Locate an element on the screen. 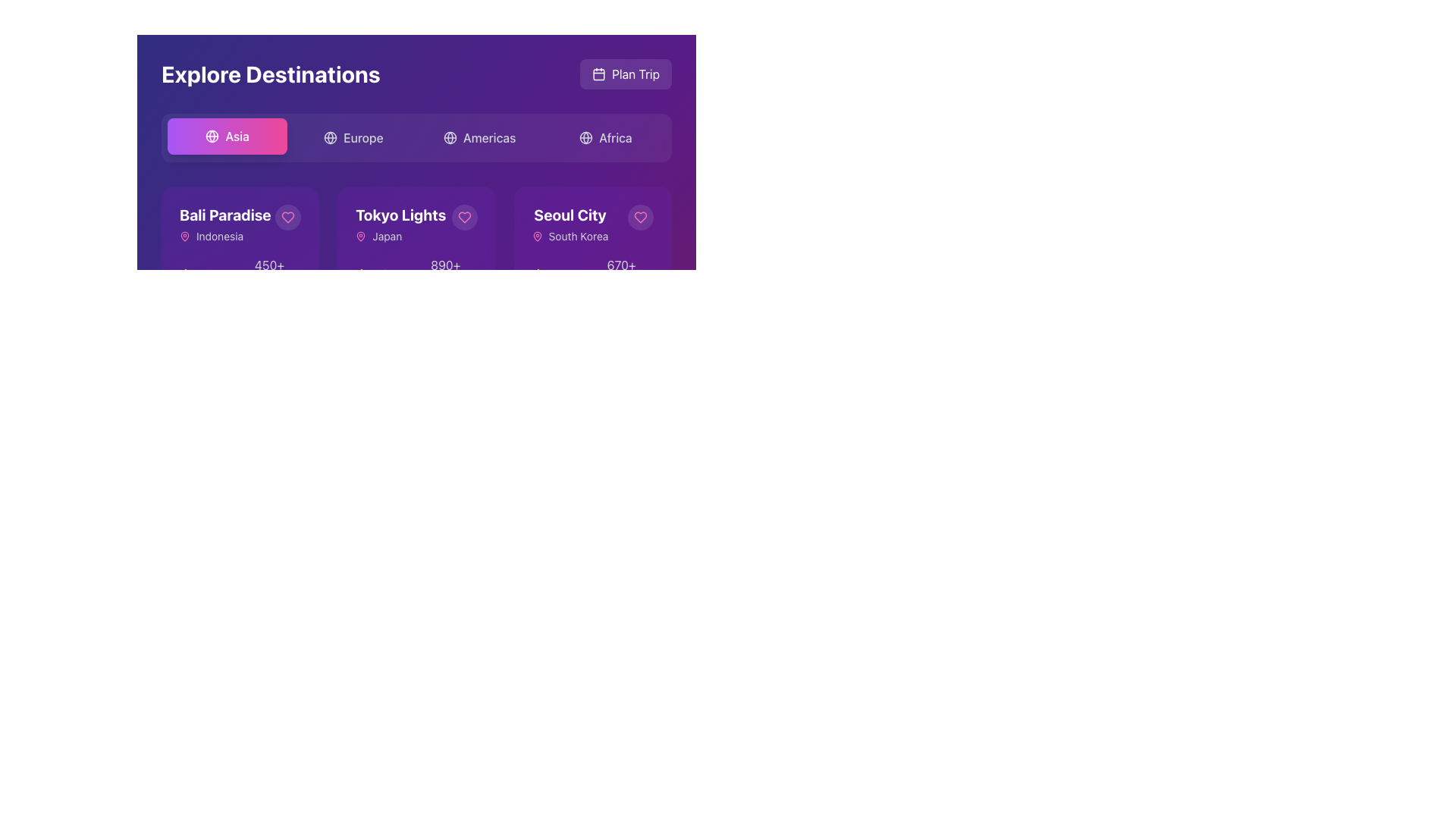 The width and height of the screenshot is (1456, 819). the informational label displaying the rating number, yellow star icon, and traveler count text located under the 'Tokyo Lights' tile in the 'Explore Destinations' section is located at coordinates (416, 275).